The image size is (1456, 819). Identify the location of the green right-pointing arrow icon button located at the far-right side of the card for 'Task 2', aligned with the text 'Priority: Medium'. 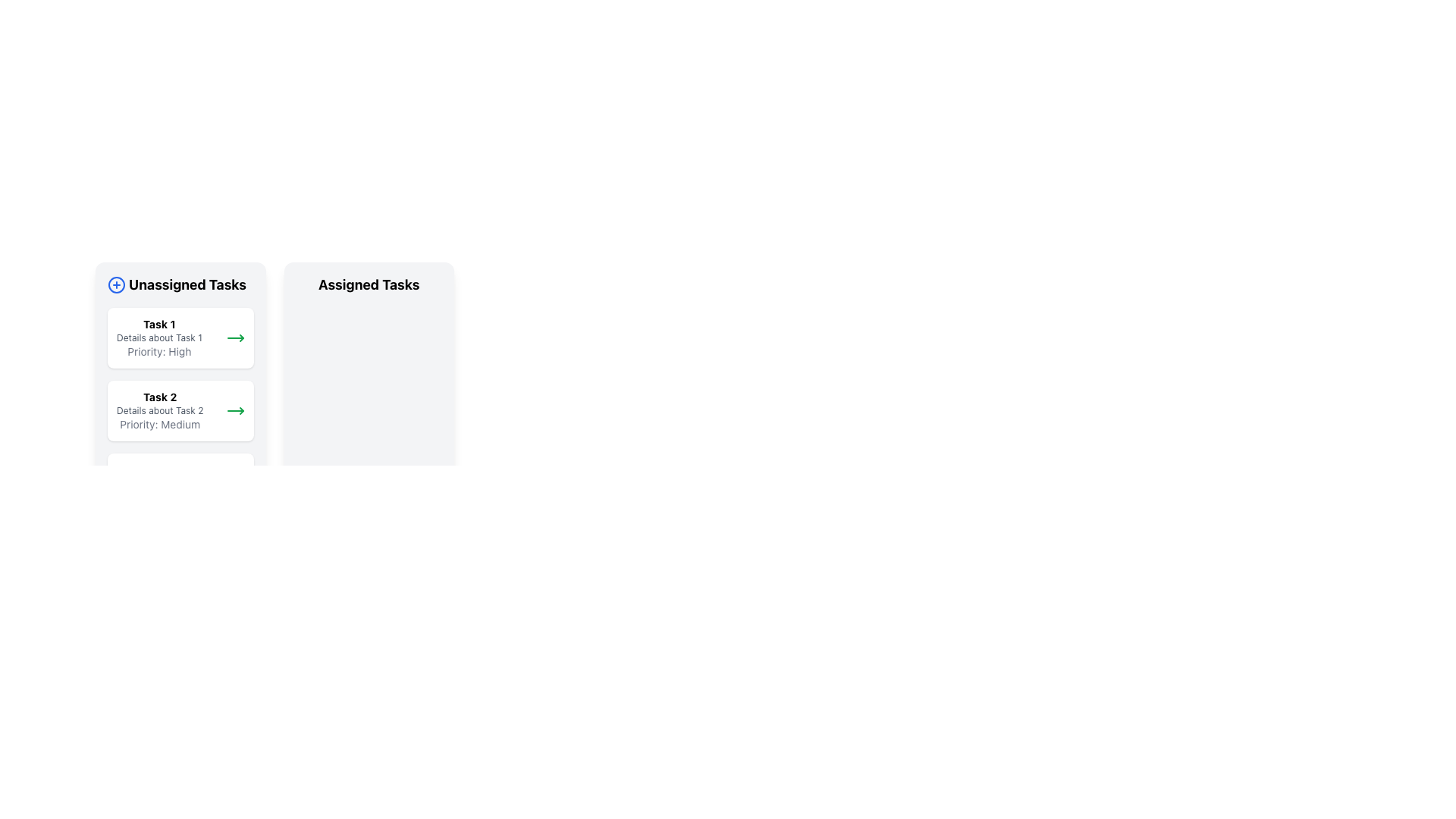
(234, 411).